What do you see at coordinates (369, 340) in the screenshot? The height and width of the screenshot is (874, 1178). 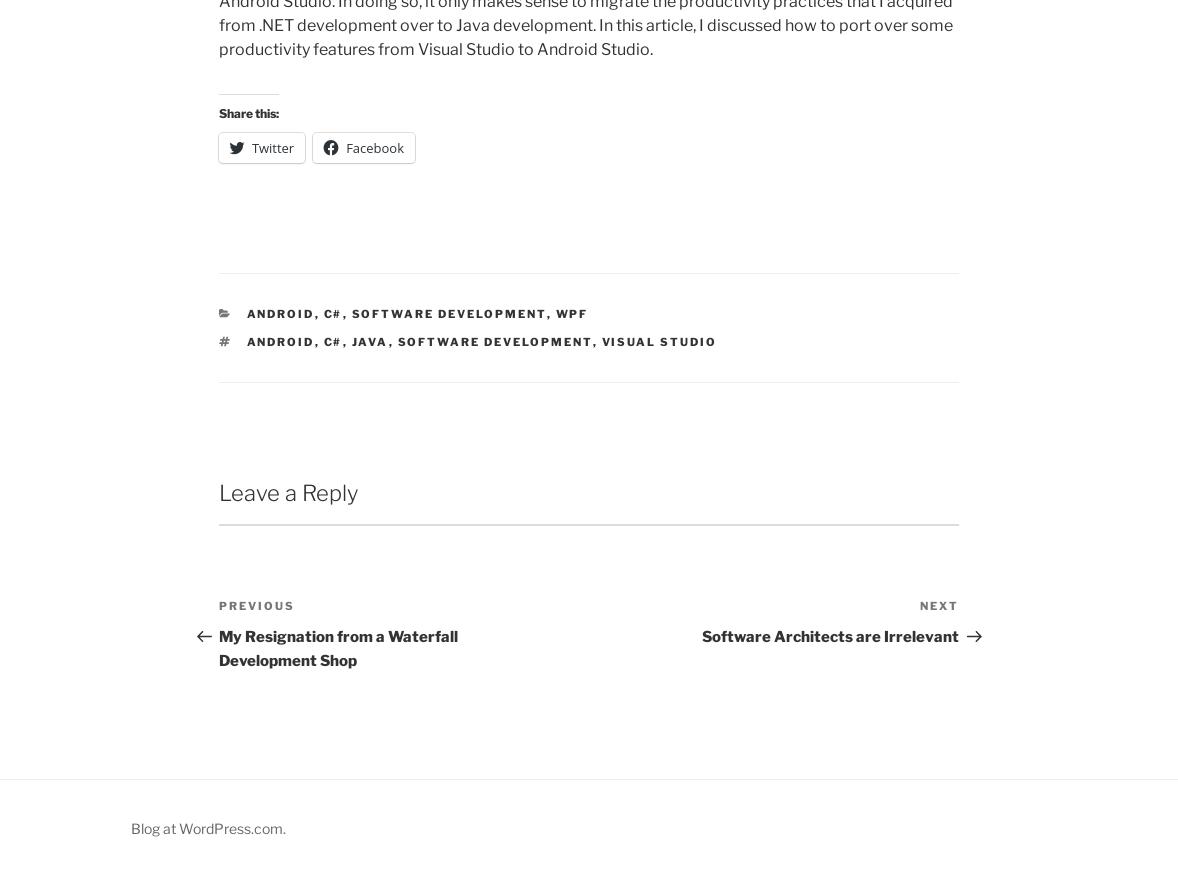 I see `'Java'` at bounding box center [369, 340].